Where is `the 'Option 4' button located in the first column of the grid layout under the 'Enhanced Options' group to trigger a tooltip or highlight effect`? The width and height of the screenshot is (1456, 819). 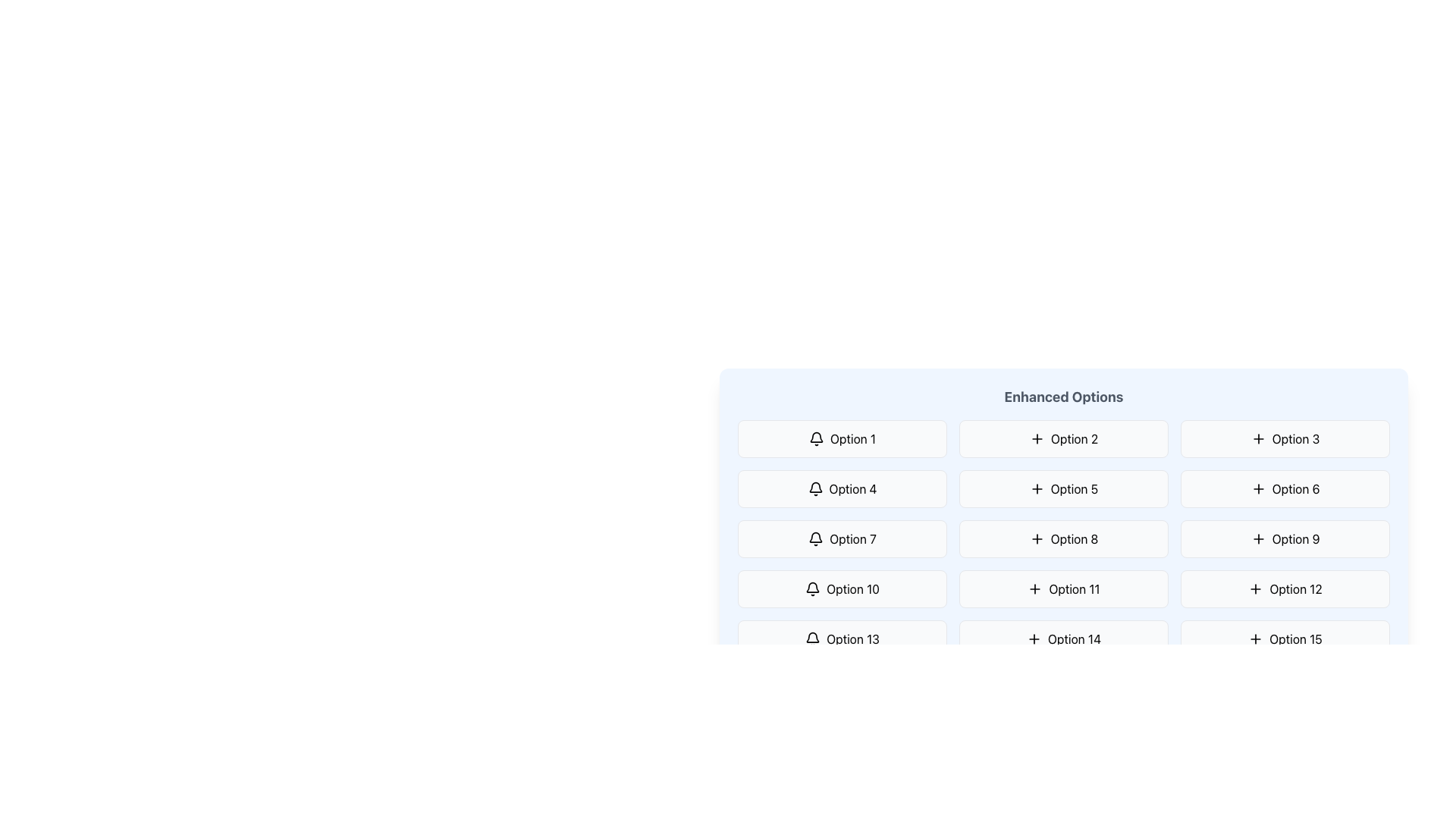 the 'Option 4' button located in the first column of the grid layout under the 'Enhanced Options' group to trigger a tooltip or highlight effect is located at coordinates (841, 488).